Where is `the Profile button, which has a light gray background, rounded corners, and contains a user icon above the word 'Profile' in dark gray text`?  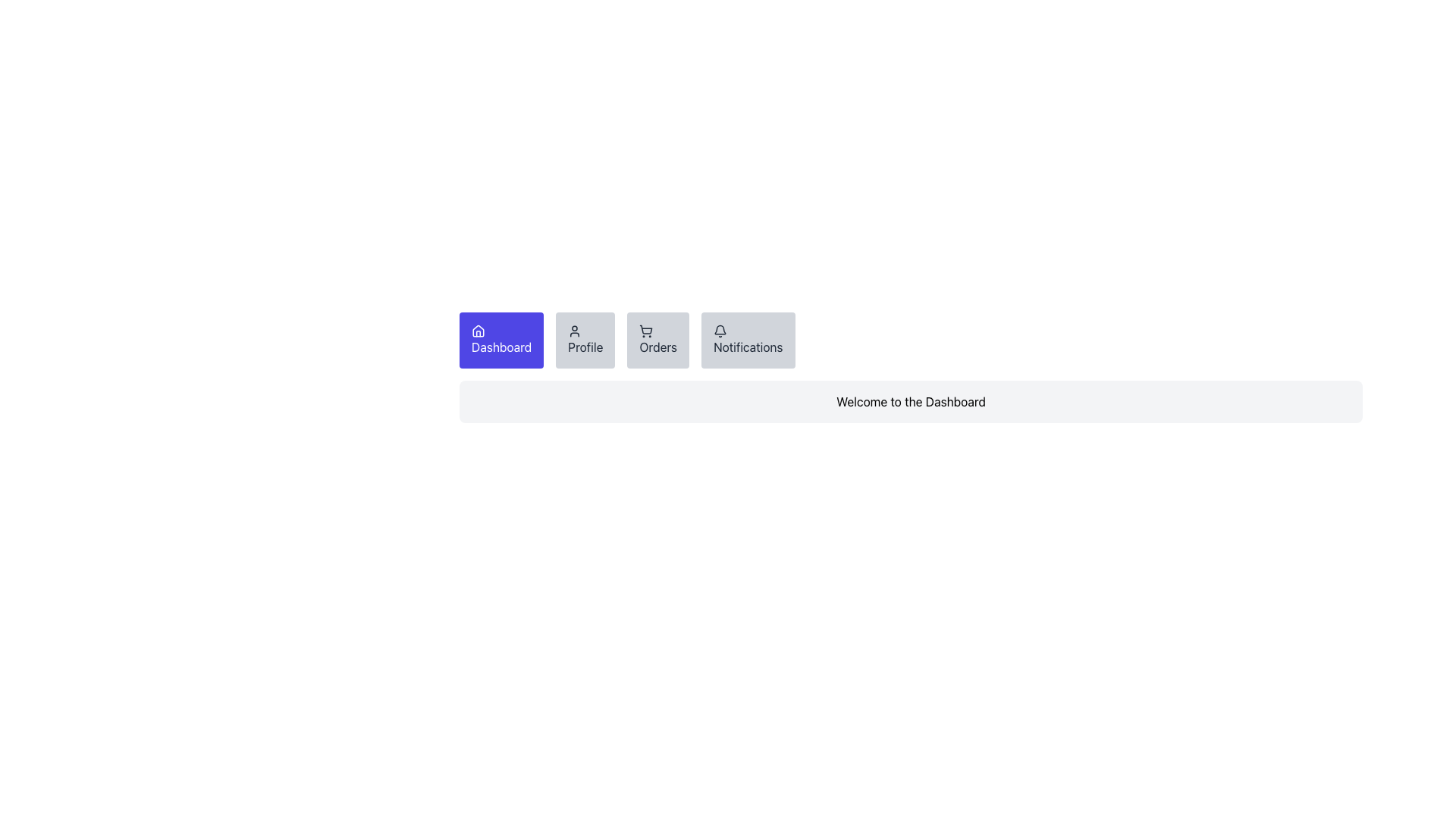
the Profile button, which has a light gray background, rounded corners, and contains a user icon above the word 'Profile' in dark gray text is located at coordinates (585, 339).